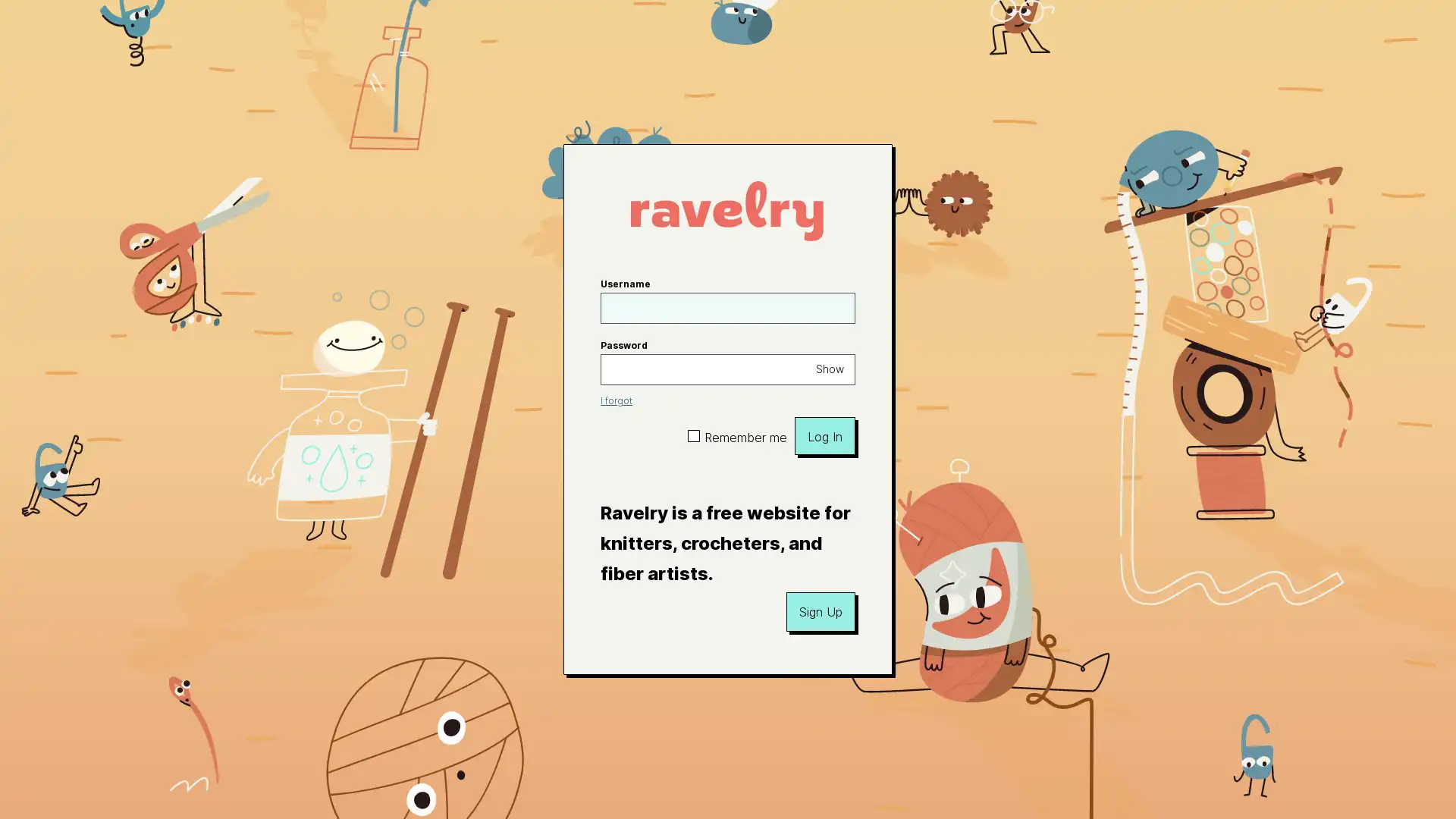 This screenshot has width=1456, height=819. Describe the element at coordinates (820, 610) in the screenshot. I see `Sign Up` at that location.